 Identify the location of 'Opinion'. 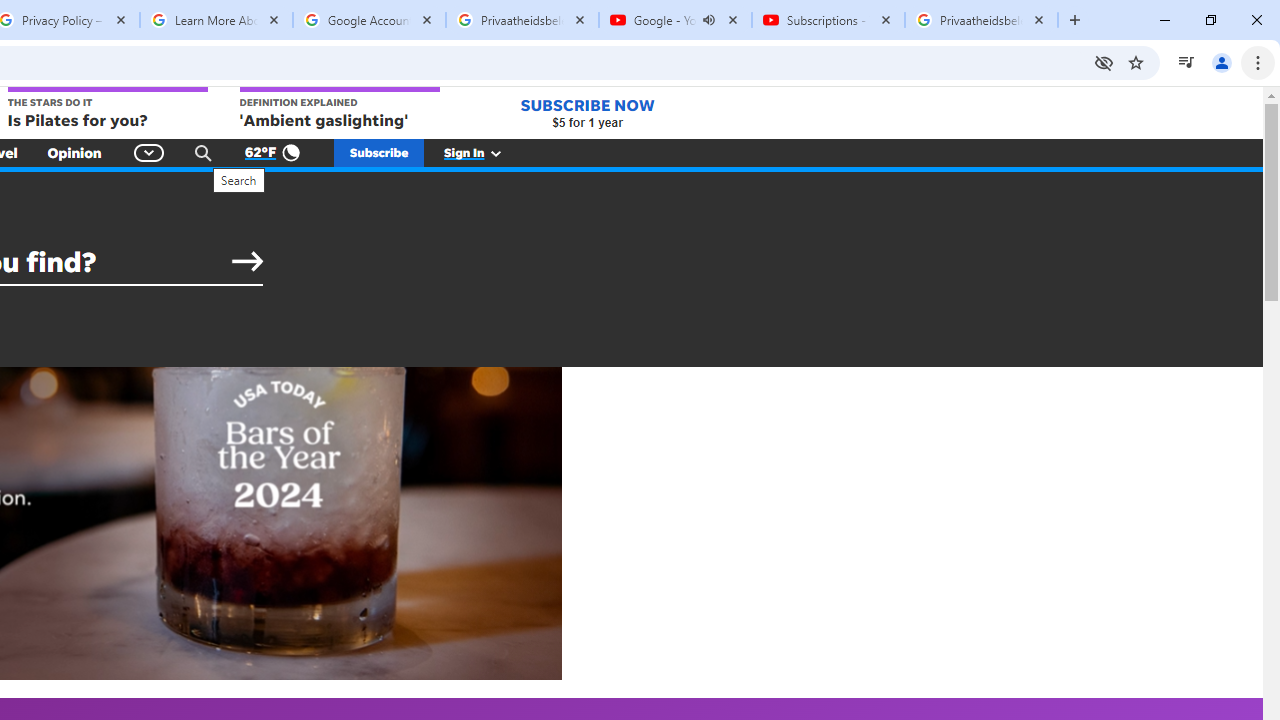
(74, 152).